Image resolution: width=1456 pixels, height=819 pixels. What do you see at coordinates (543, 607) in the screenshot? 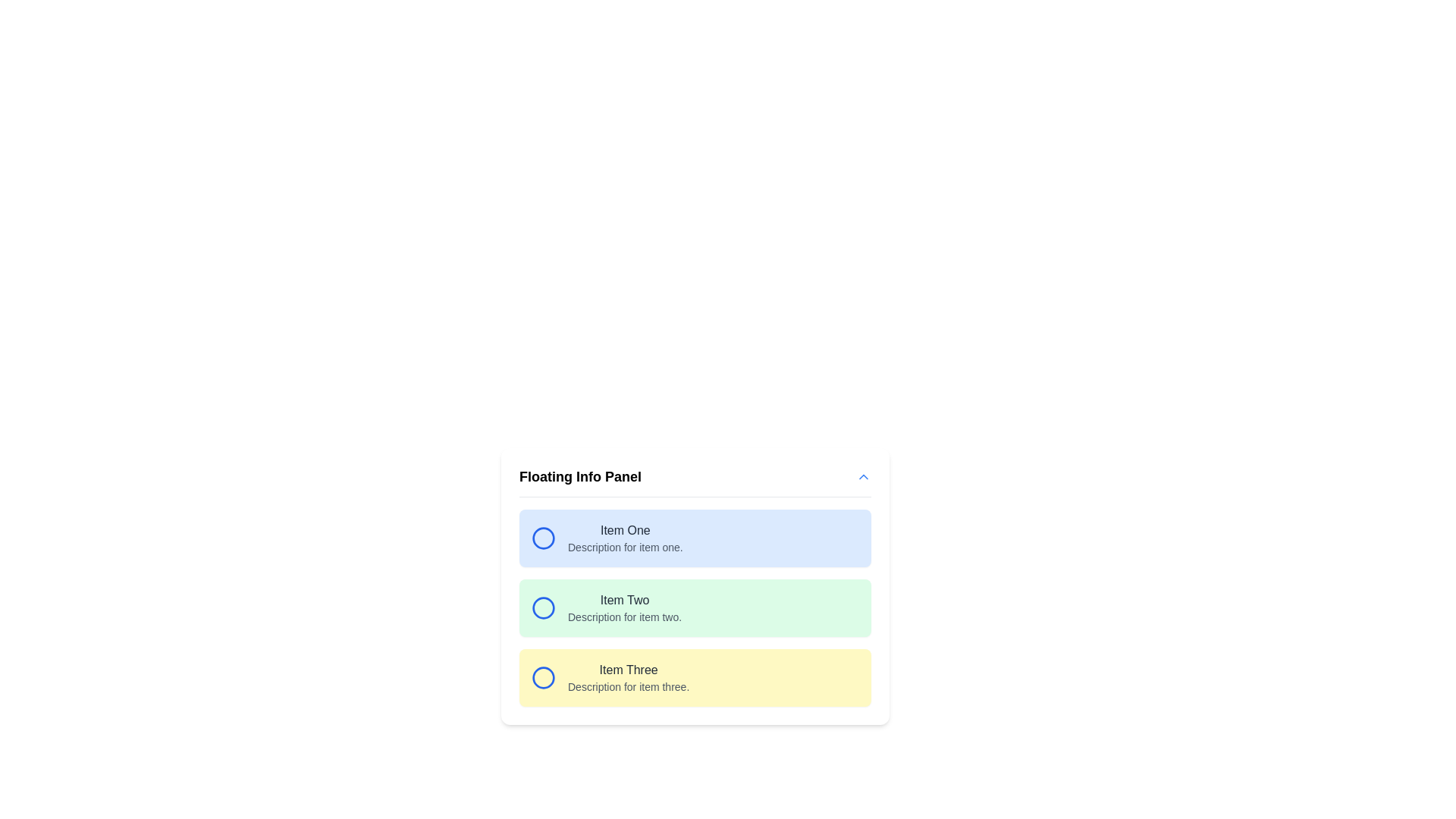
I see `the circular element located in the 'Floating Info Panel', positioned between 'Item One' and 'Item Three', adjacent to 'Item Two'` at bounding box center [543, 607].